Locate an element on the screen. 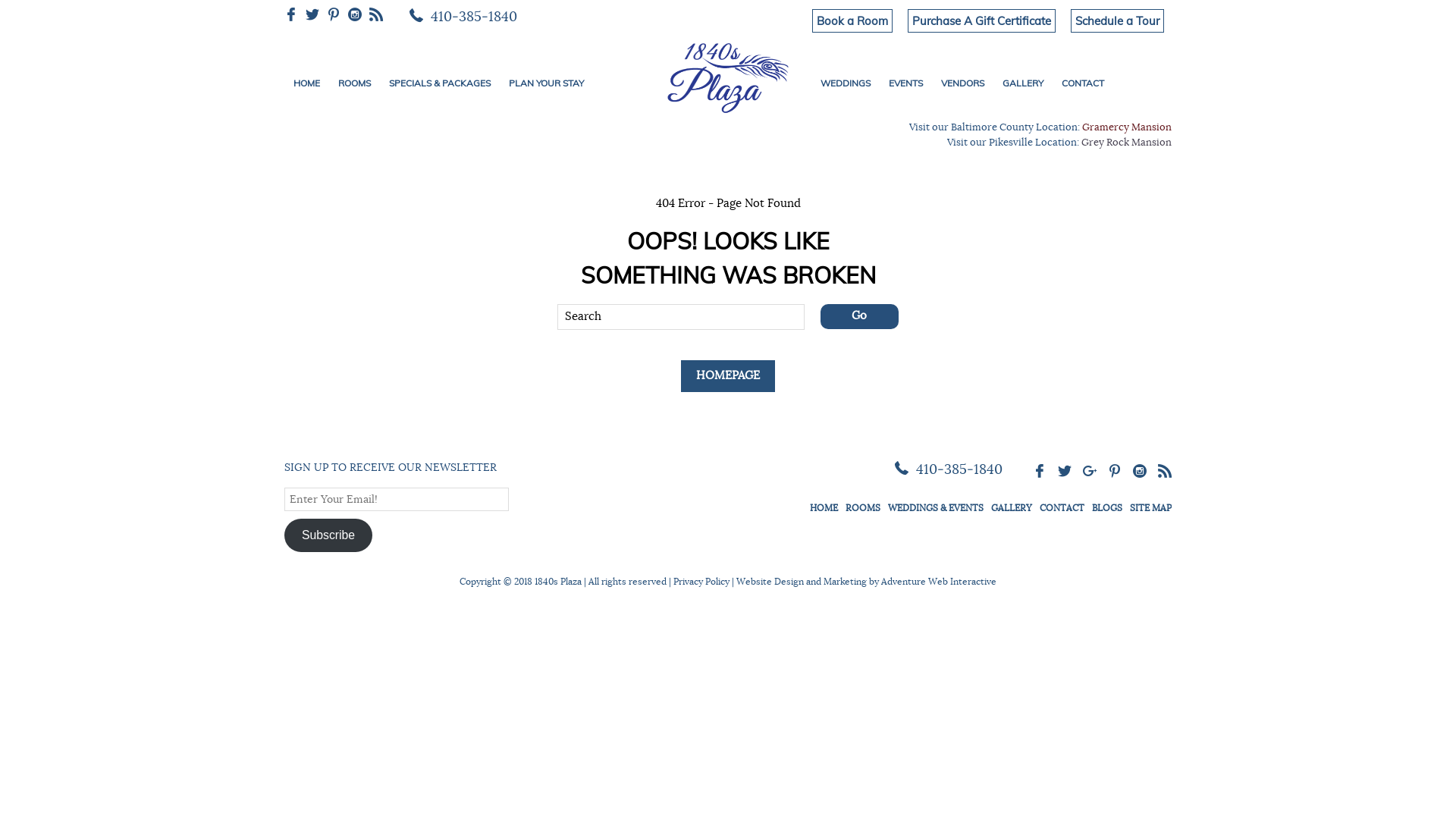 Image resolution: width=1456 pixels, height=819 pixels. 'BLOGS' is located at coordinates (1106, 508).